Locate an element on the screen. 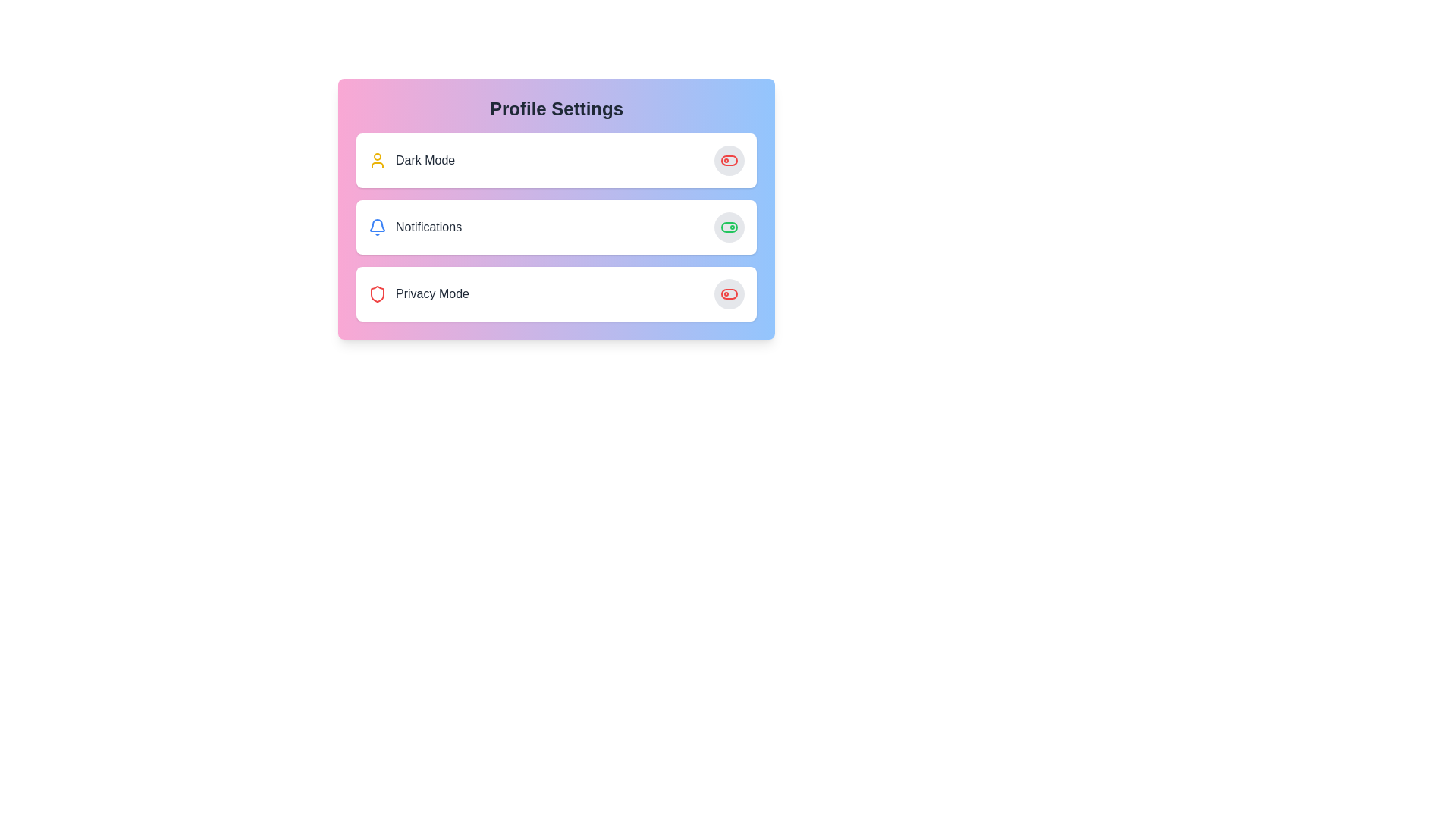 The width and height of the screenshot is (1456, 819). the toggle switch labeled 'dark Mode' in the 'Profile Settings' panel is located at coordinates (729, 161).